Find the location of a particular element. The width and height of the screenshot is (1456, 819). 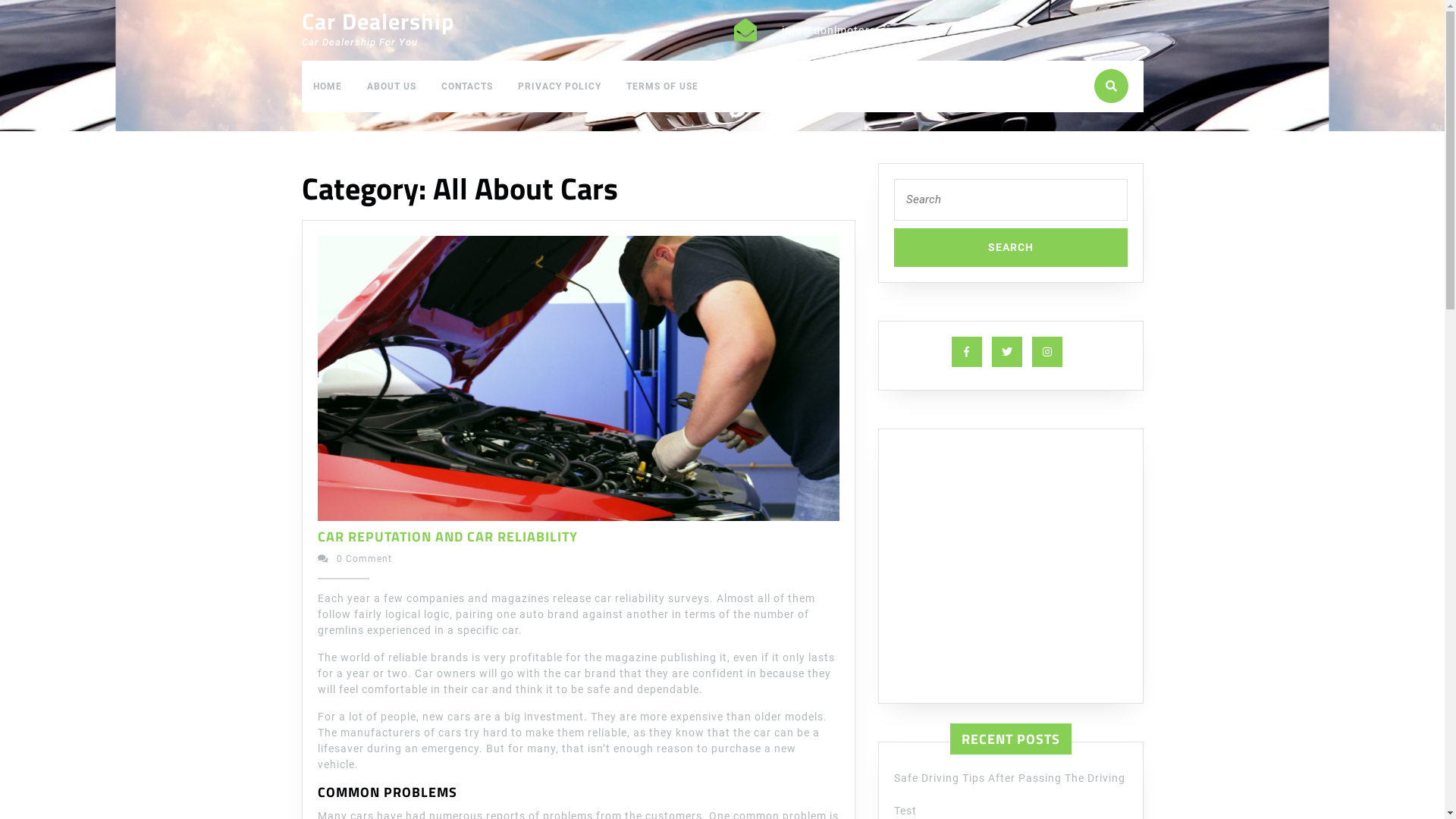

'HOME' is located at coordinates (327, 86).